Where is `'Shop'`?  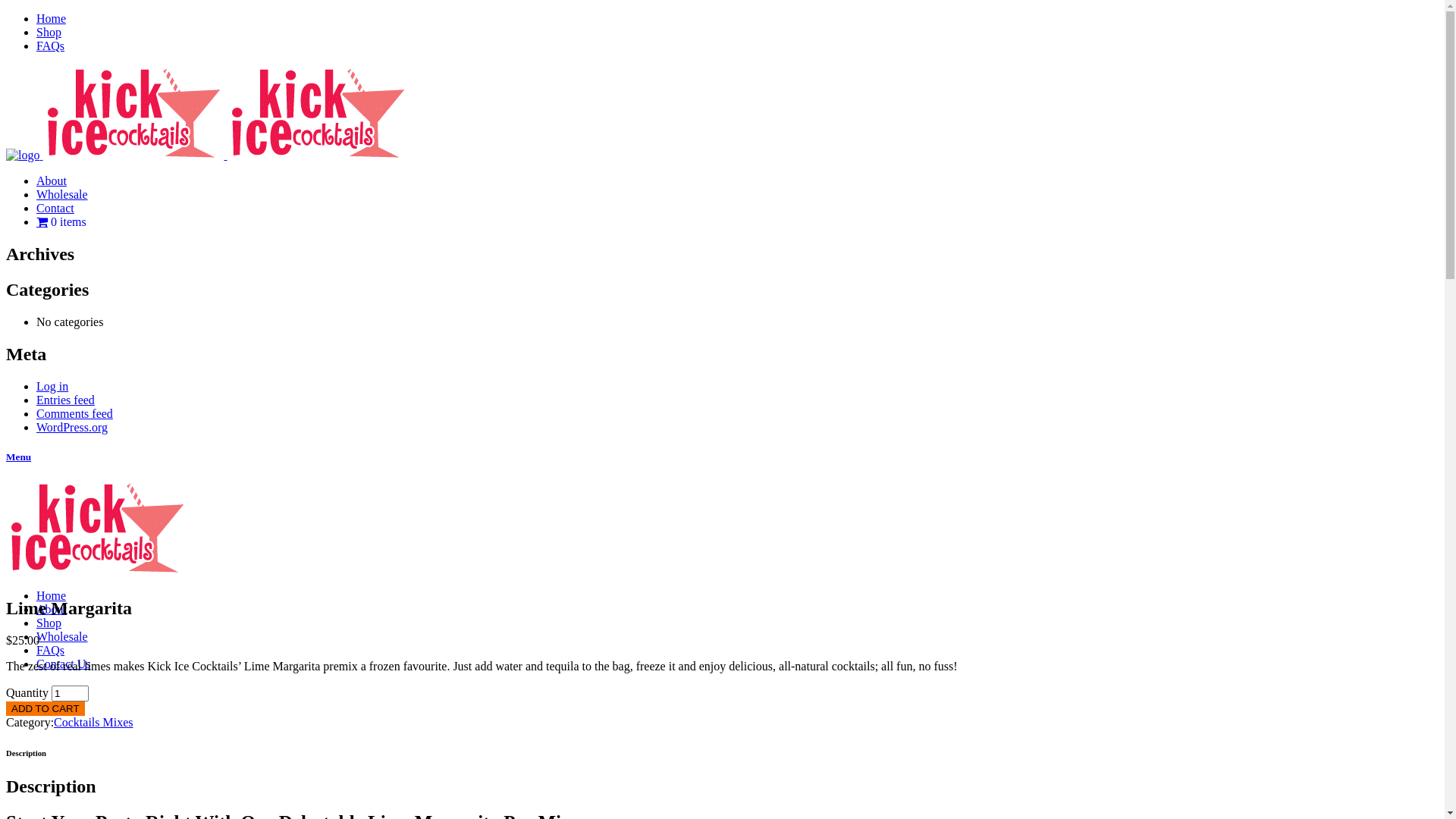 'Shop' is located at coordinates (49, 623).